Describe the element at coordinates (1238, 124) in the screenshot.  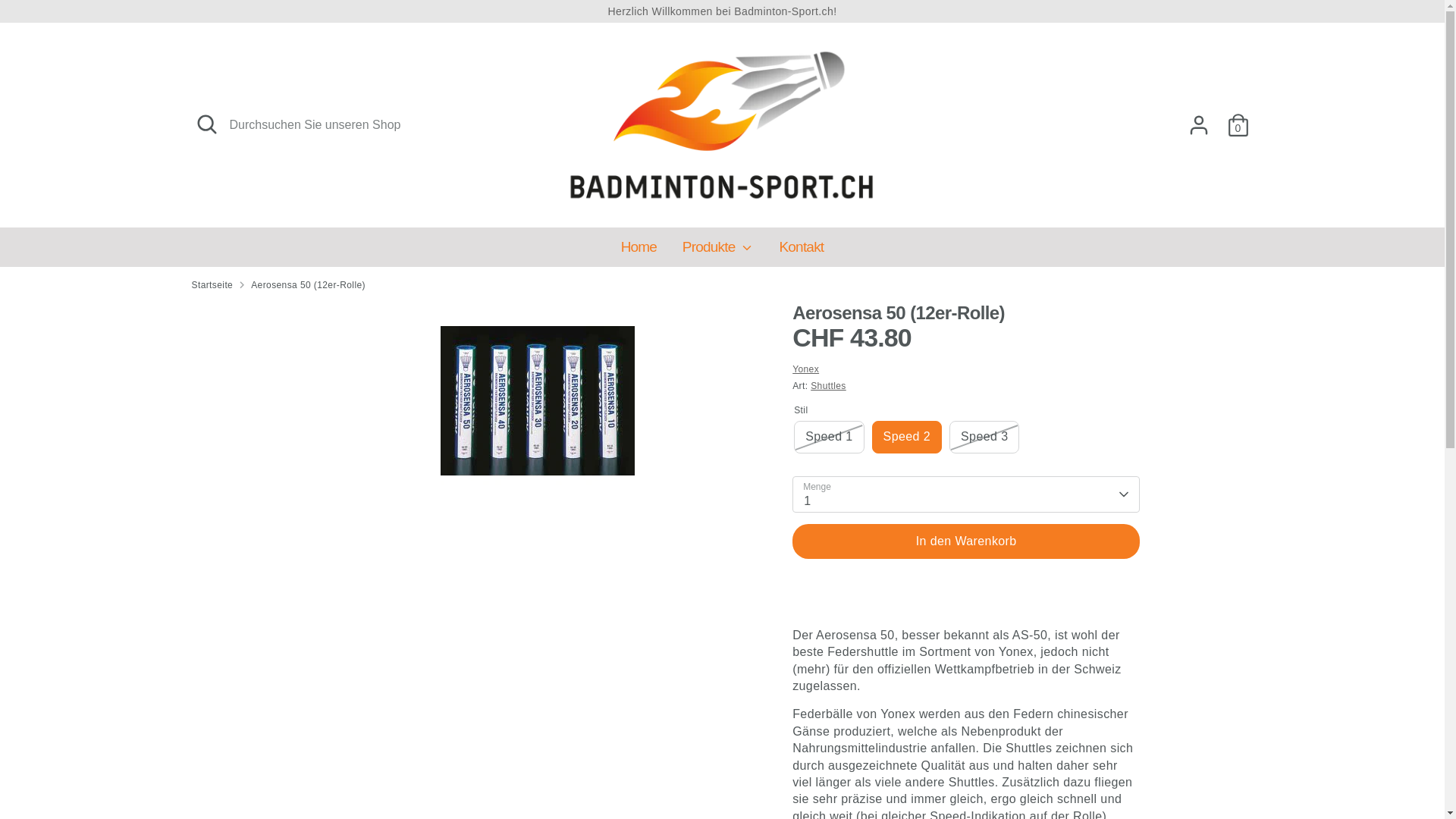
I see `'0'` at that location.